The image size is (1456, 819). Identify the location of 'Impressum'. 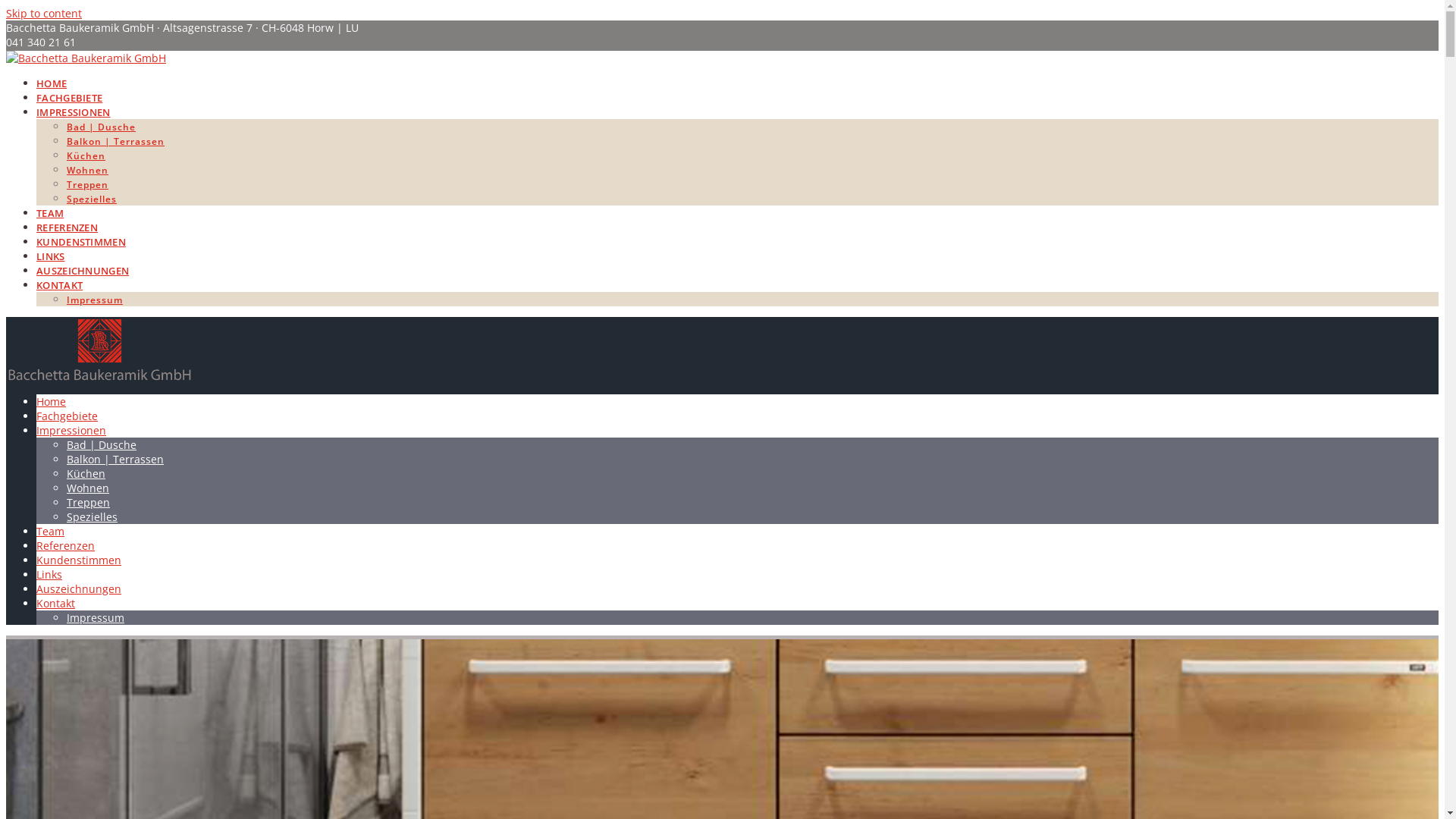
(93, 300).